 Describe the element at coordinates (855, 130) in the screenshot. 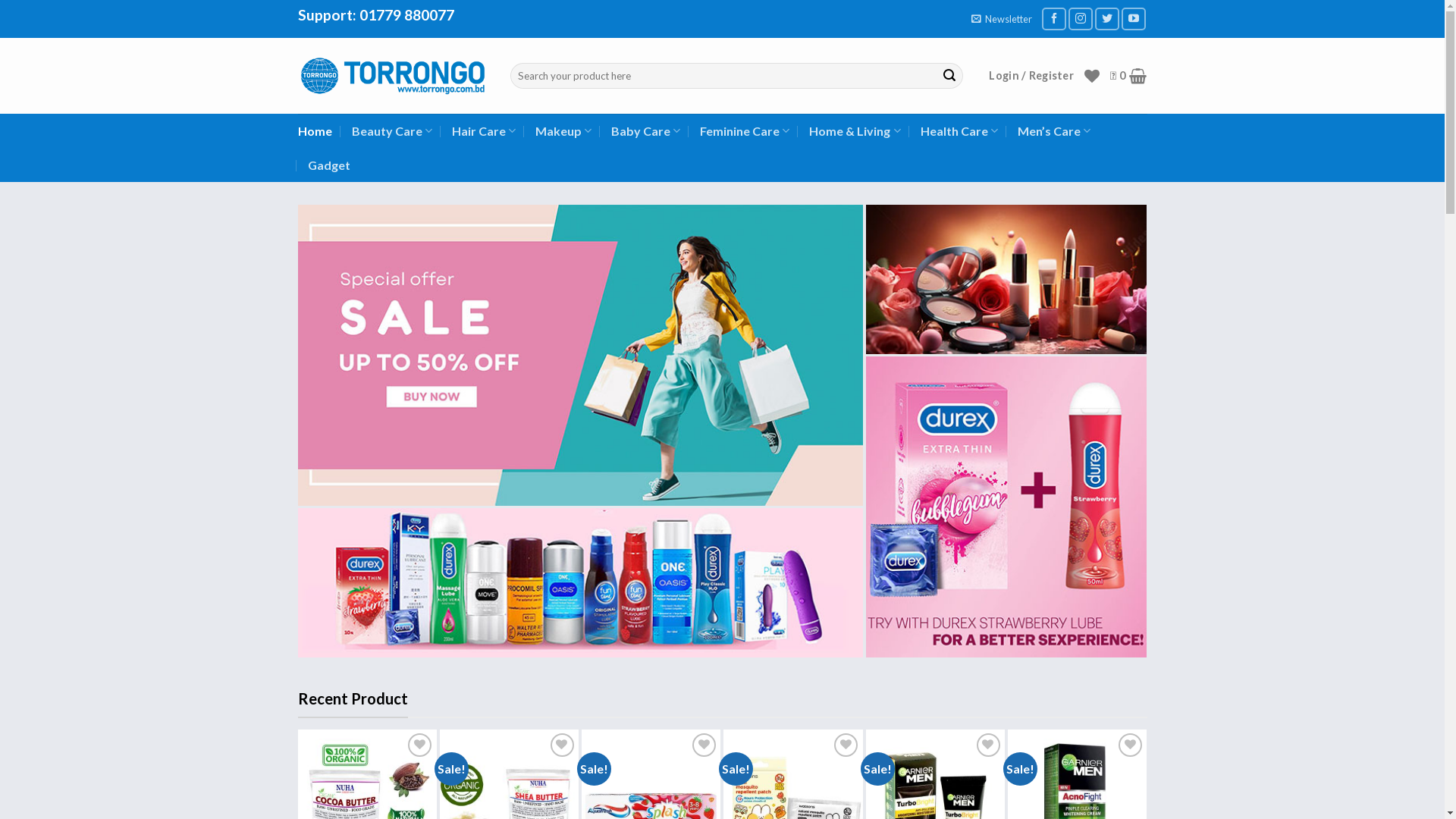

I see `'Home & Living'` at that location.